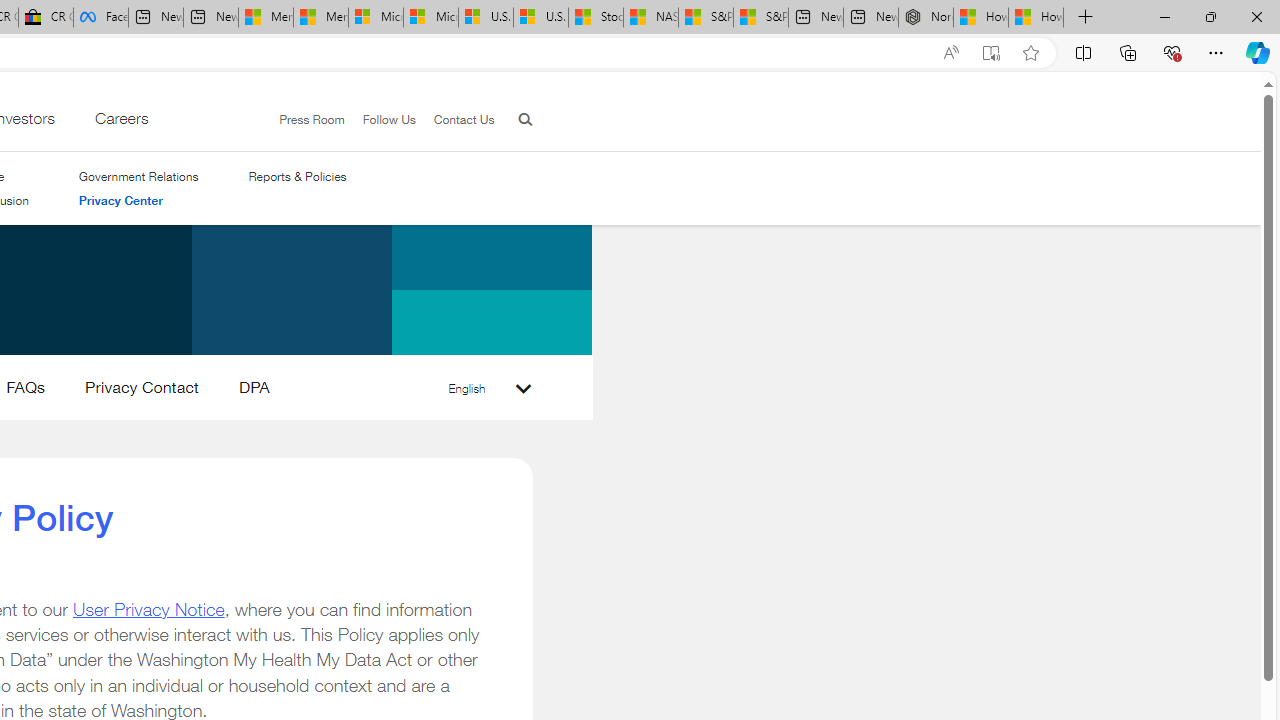  I want to click on 'Careers', so click(119, 123).